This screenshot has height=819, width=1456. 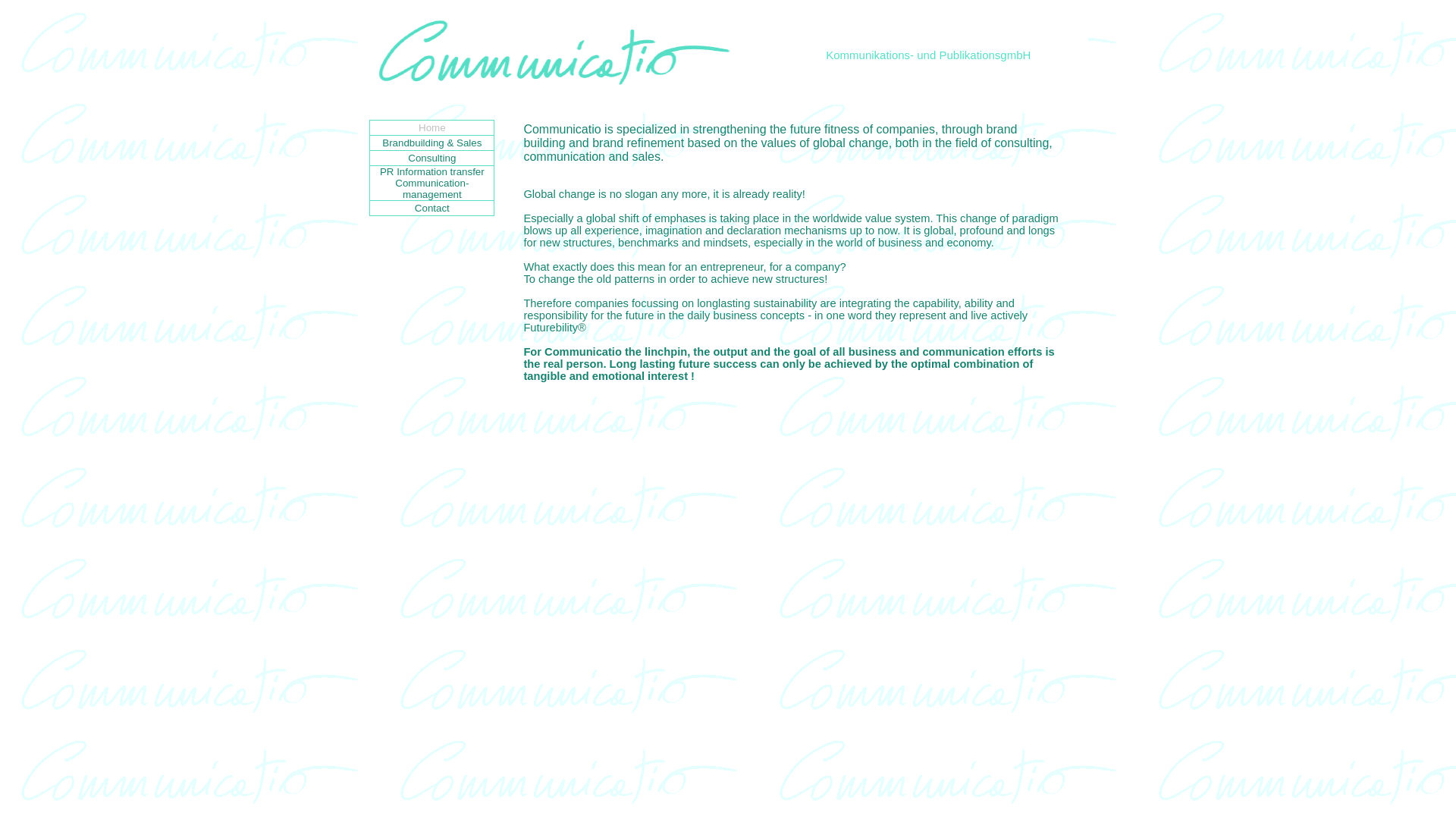 I want to click on 'Home', so click(x=431, y=127).